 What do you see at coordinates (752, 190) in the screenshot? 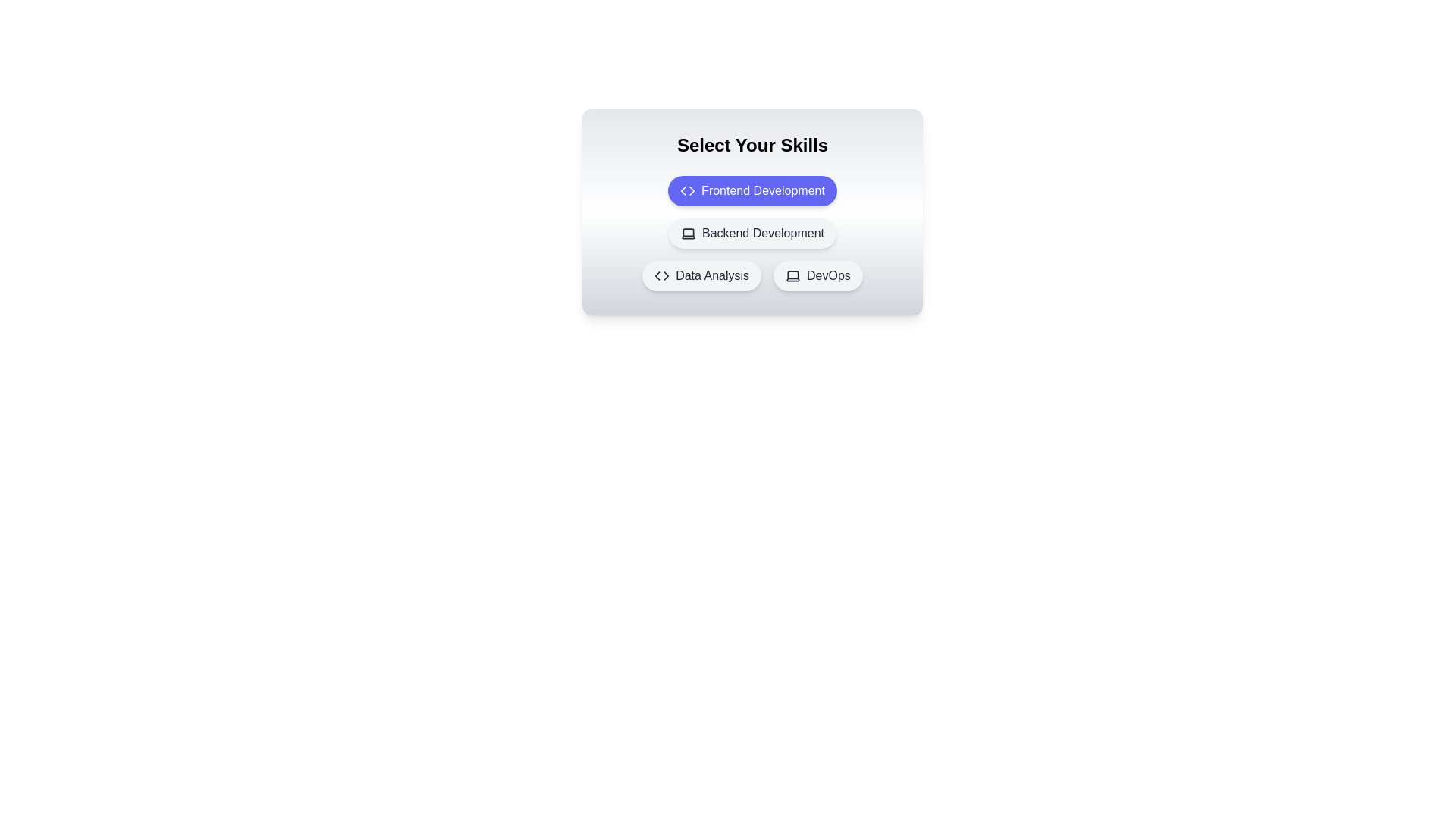
I see `the skill chip labeled 'Frontend Development' to toggle its selection state` at bounding box center [752, 190].